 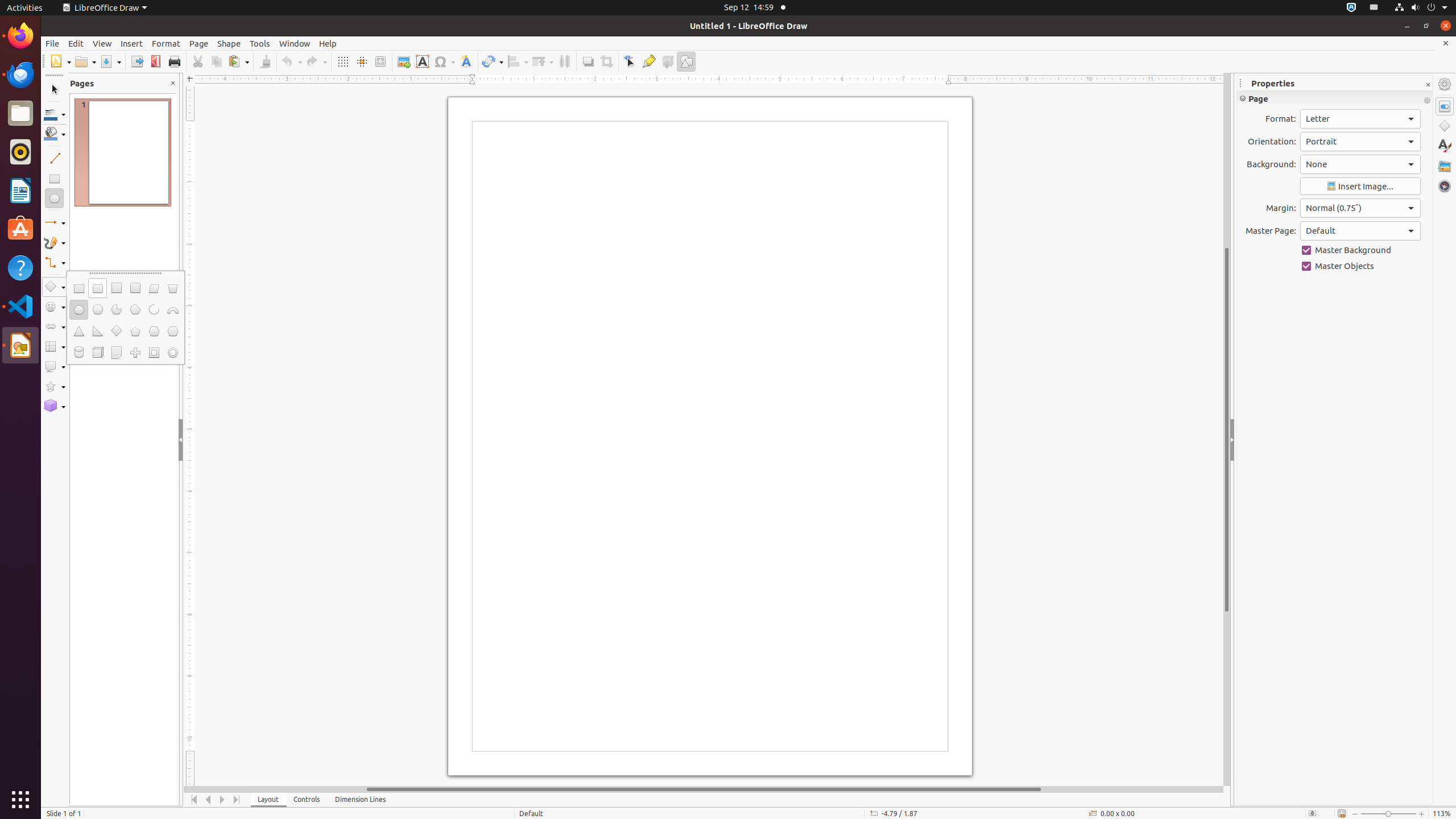 I want to click on 'Navigator', so click(x=1444, y=185).